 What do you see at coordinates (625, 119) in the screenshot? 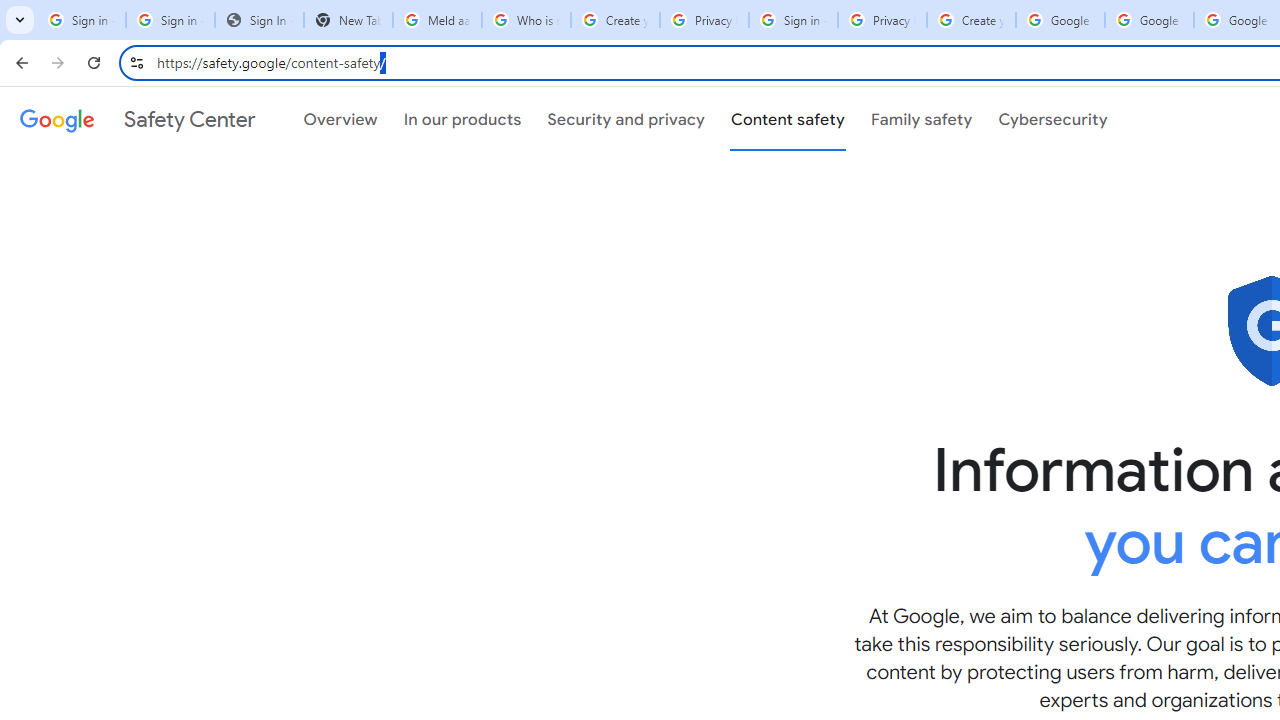
I see `'Security and privacy'` at bounding box center [625, 119].